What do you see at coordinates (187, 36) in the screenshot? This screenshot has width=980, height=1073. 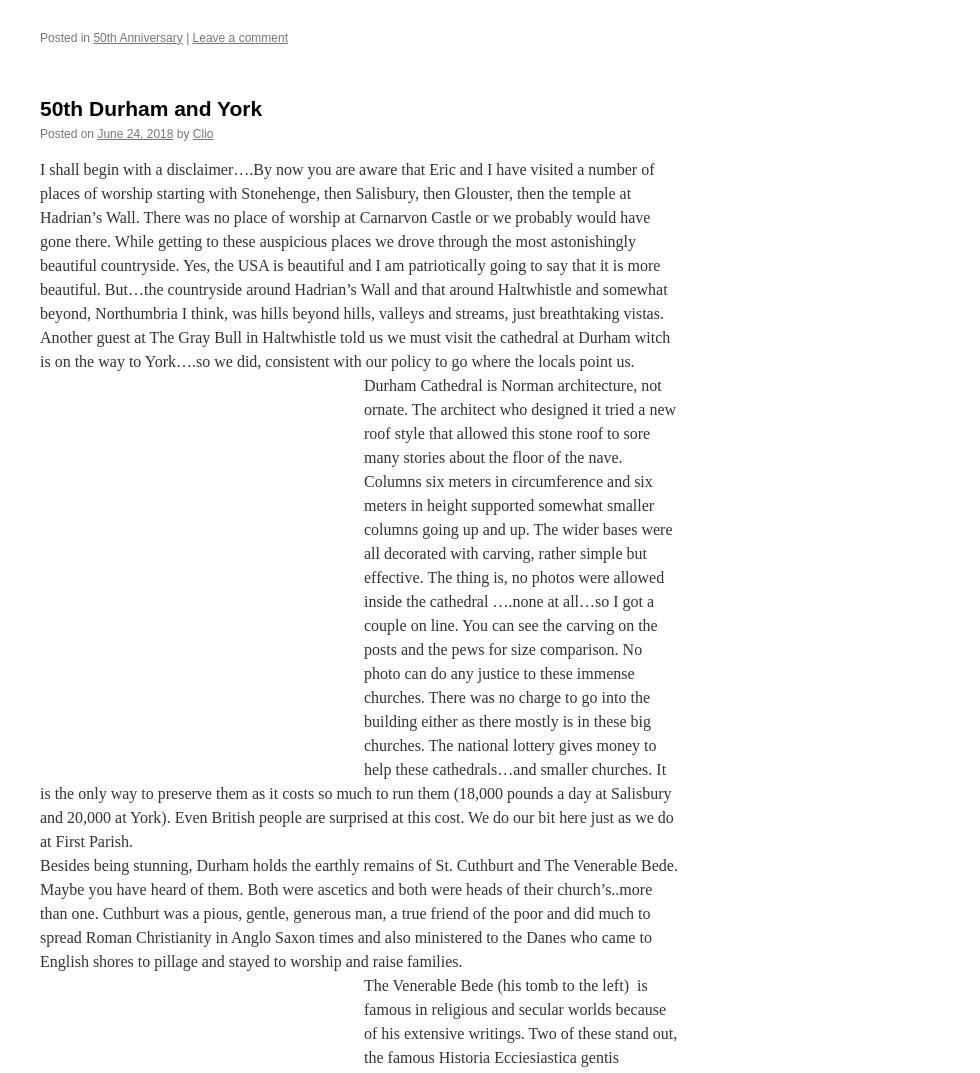 I see `'|'` at bounding box center [187, 36].